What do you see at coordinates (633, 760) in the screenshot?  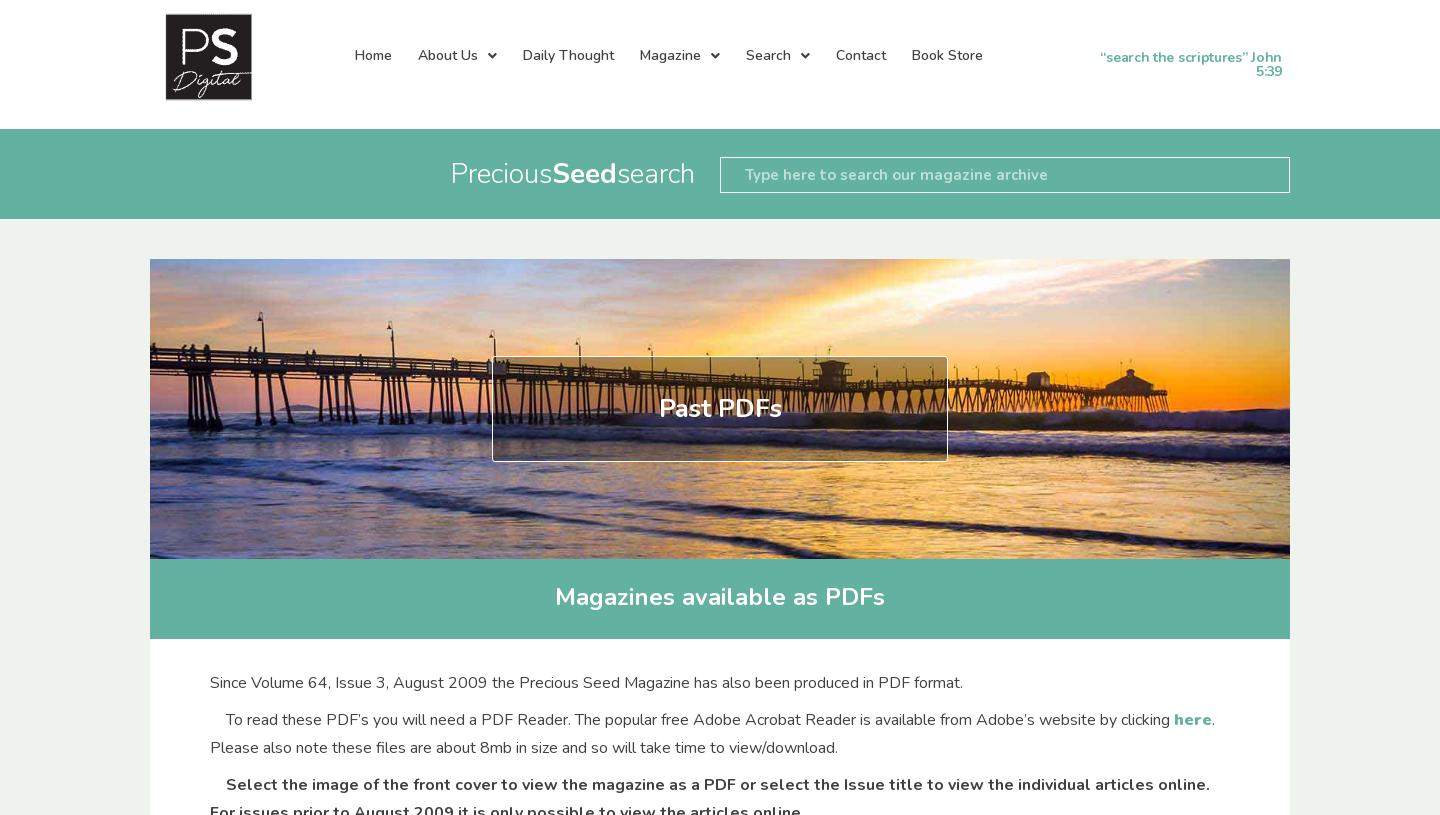 I see `'2020 Volume 75 Issue 2'` at bounding box center [633, 760].